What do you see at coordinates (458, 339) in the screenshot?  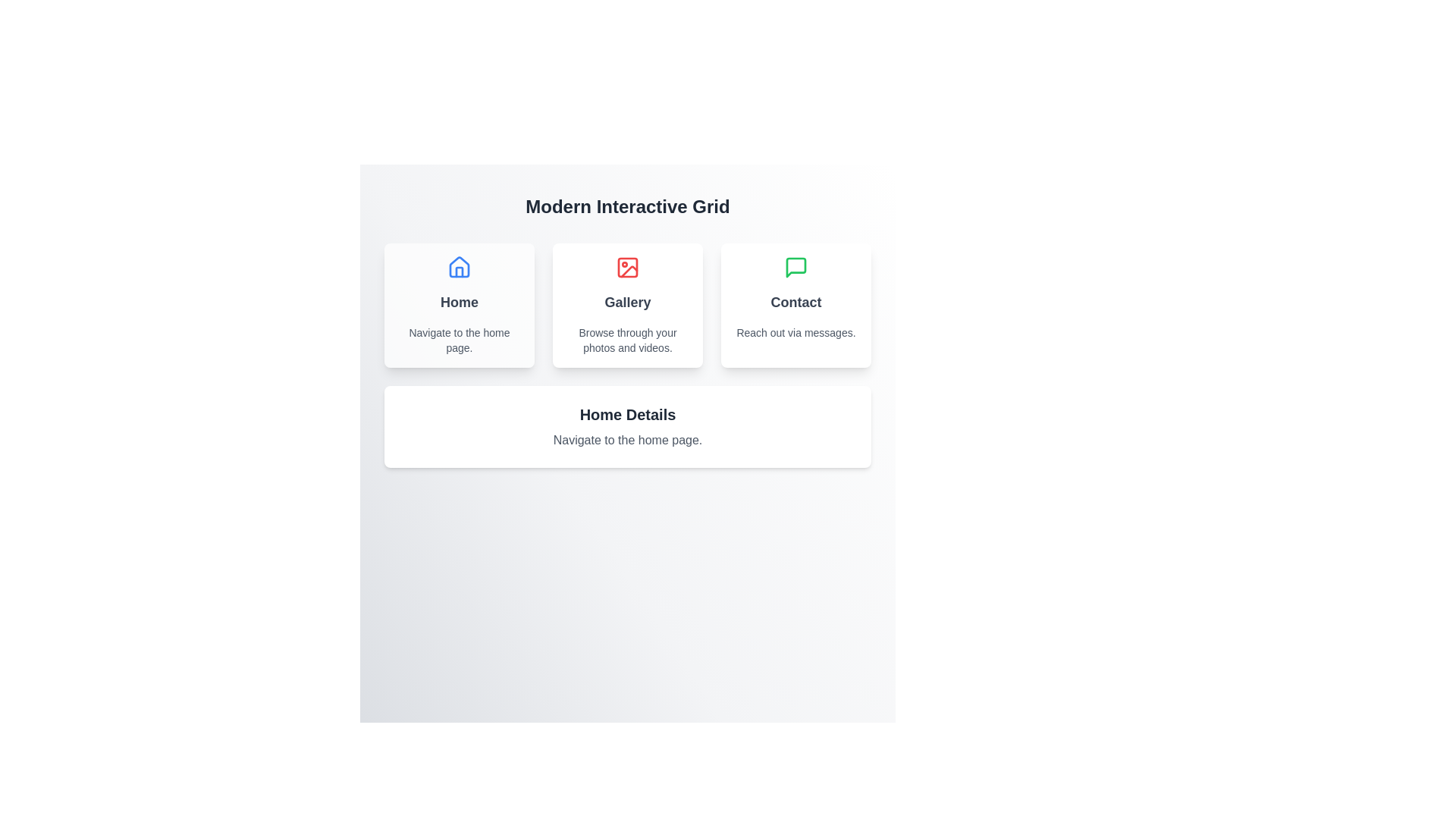 I see `the static text element that provides a short description or instruction related to the 'Home' card, located below the heading 'Home' and centered within the card background` at bounding box center [458, 339].